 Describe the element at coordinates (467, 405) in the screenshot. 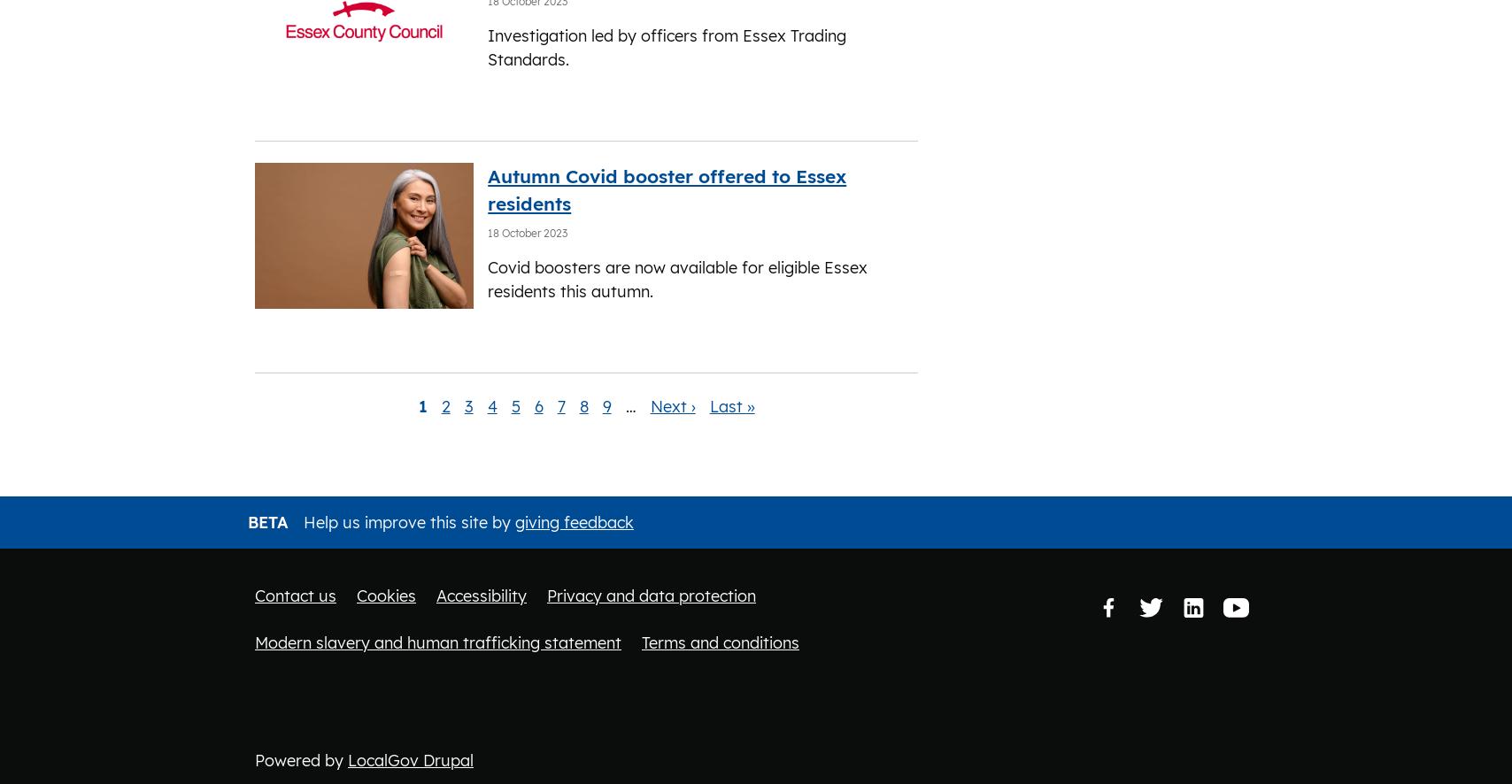

I see `'3'` at that location.